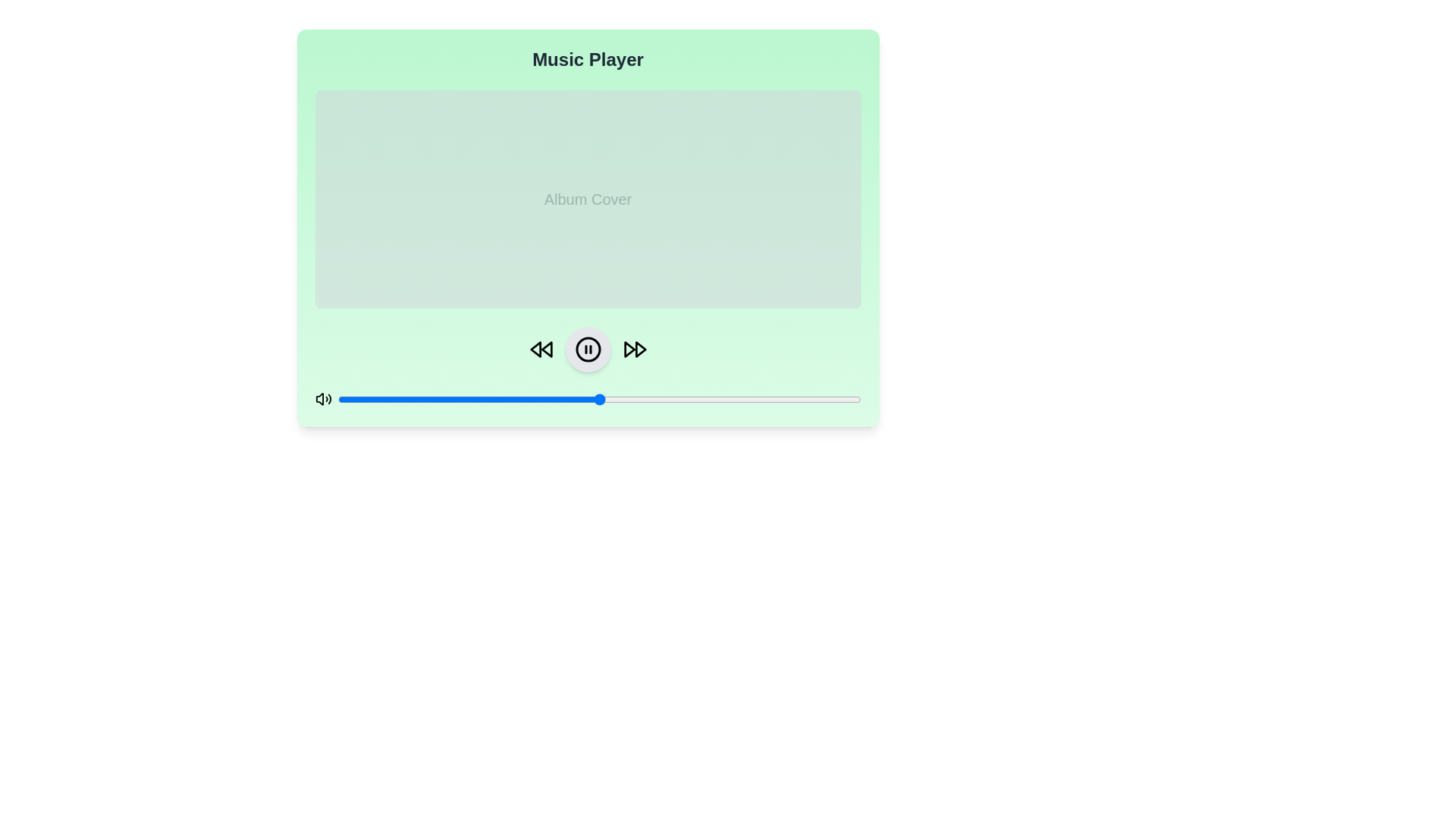 Image resolution: width=1456 pixels, height=819 pixels. Describe the element at coordinates (541, 350) in the screenshot. I see `the 'rewind' button in the music player` at that location.